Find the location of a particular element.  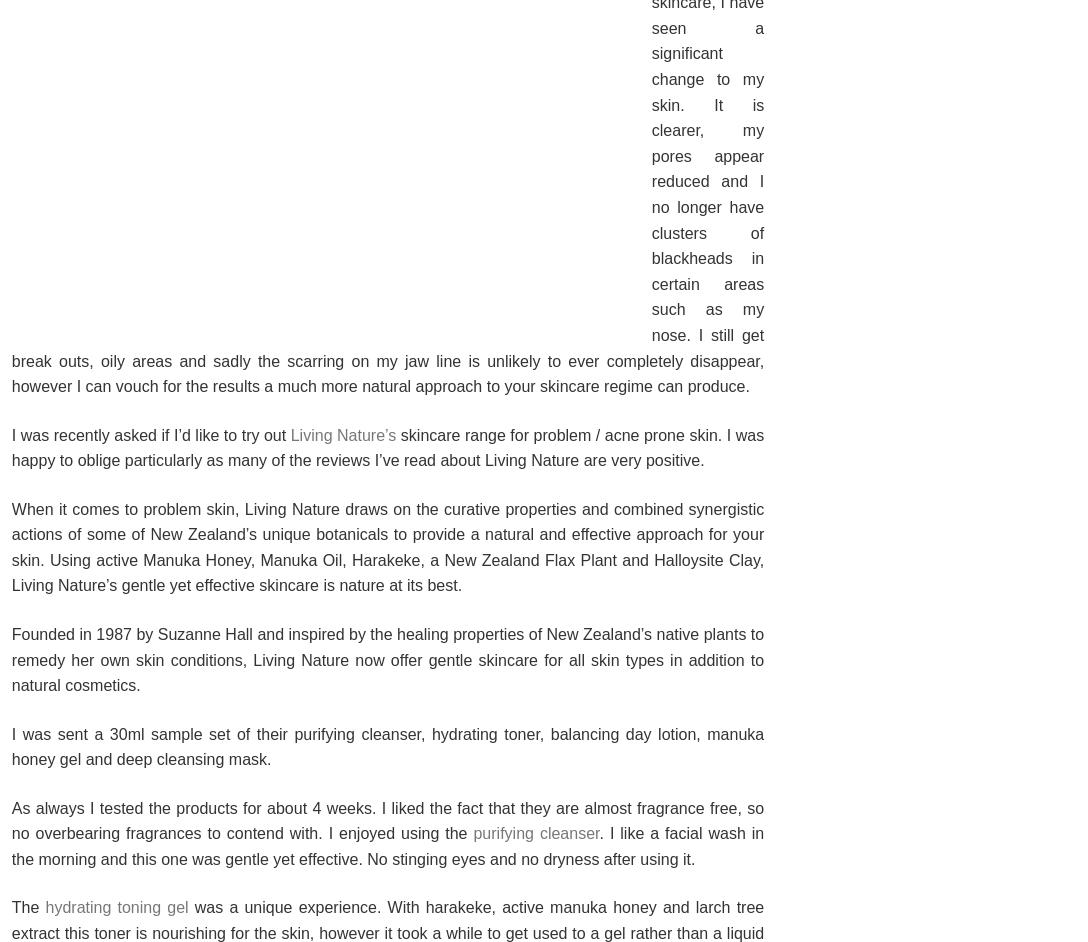

'skincare range for
problem / acne prone skin. I was happy to oblige particularly as many of the
reviews I’ve read about Living Nature are very positive.' is located at coordinates (10, 446).